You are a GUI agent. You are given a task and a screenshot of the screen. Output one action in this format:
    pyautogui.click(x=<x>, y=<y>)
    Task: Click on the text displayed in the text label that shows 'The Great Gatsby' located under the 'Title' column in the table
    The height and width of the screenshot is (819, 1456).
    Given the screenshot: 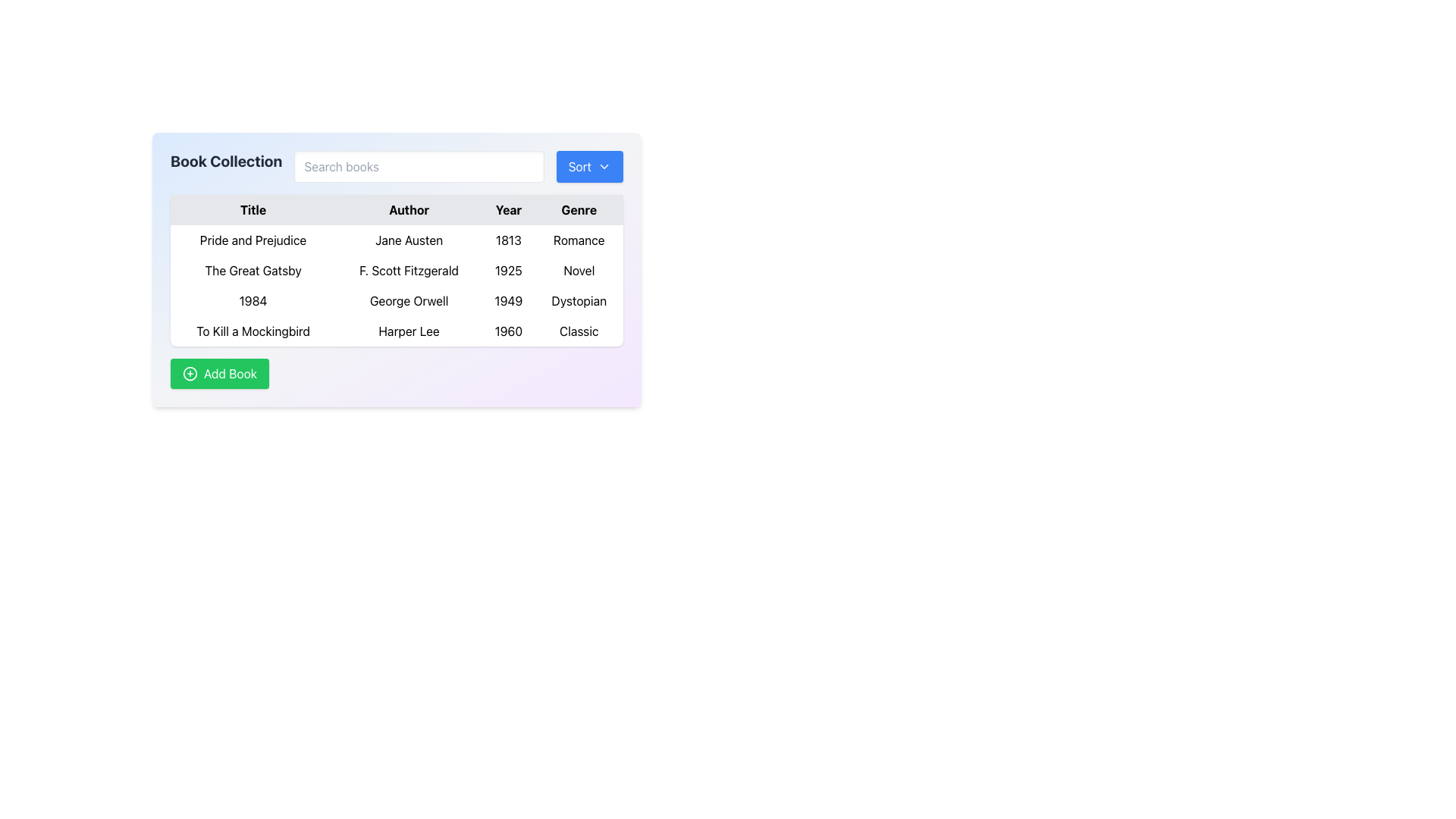 What is the action you would take?
    pyautogui.click(x=253, y=270)
    